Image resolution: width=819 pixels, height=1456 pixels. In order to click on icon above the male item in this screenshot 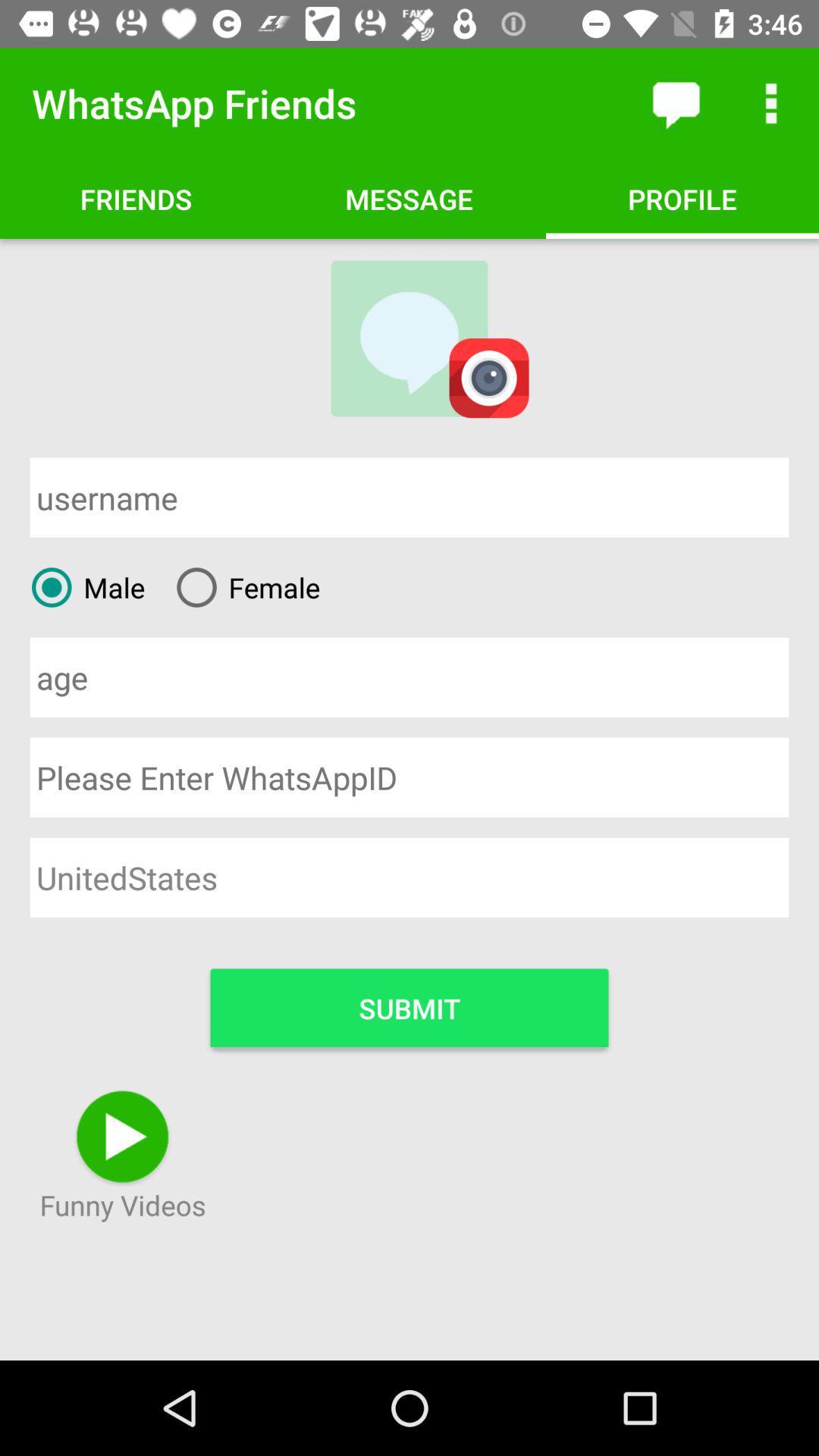, I will do `click(409, 497)`.